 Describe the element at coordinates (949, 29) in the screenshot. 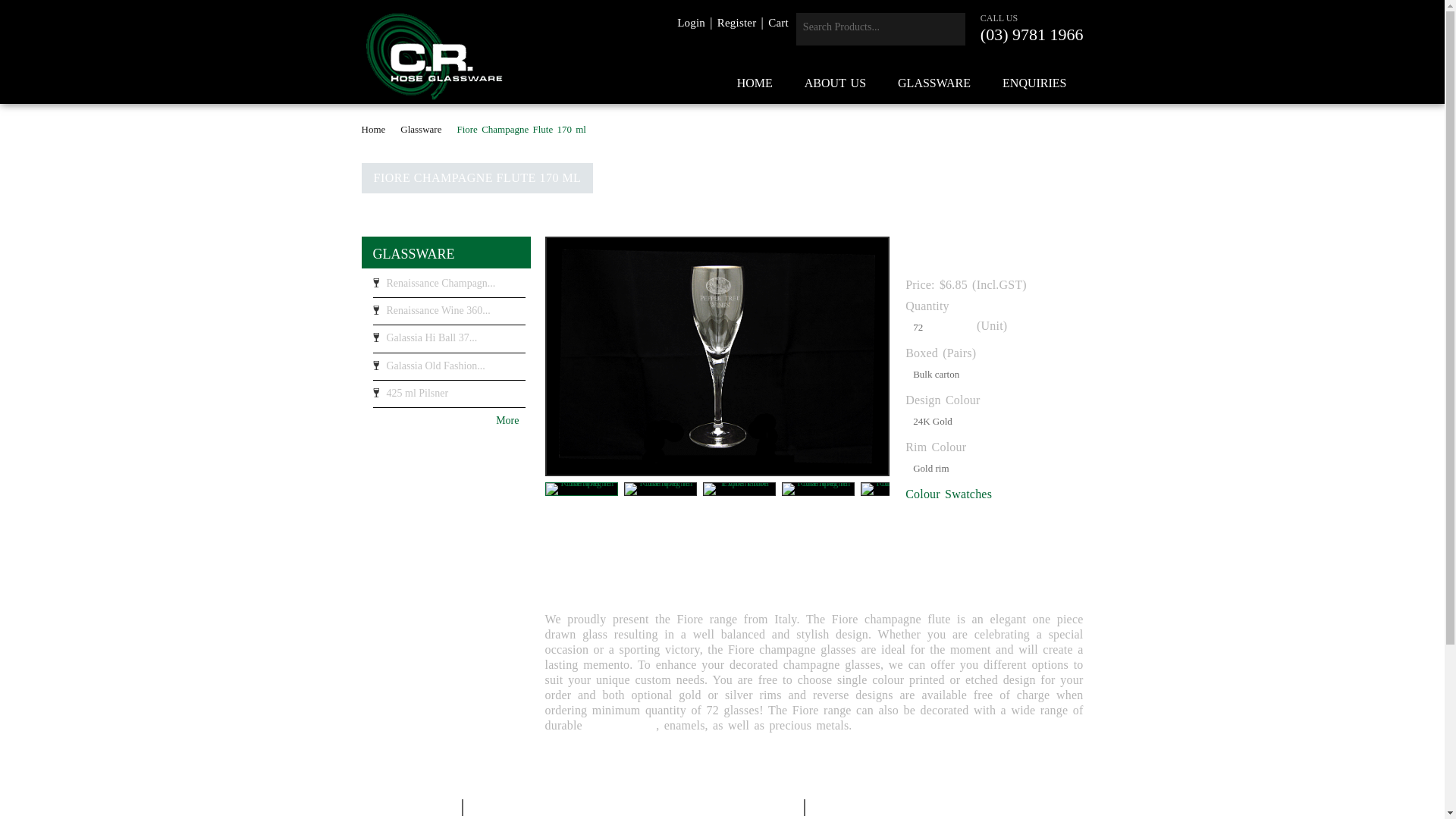

I see `'Search'` at that location.